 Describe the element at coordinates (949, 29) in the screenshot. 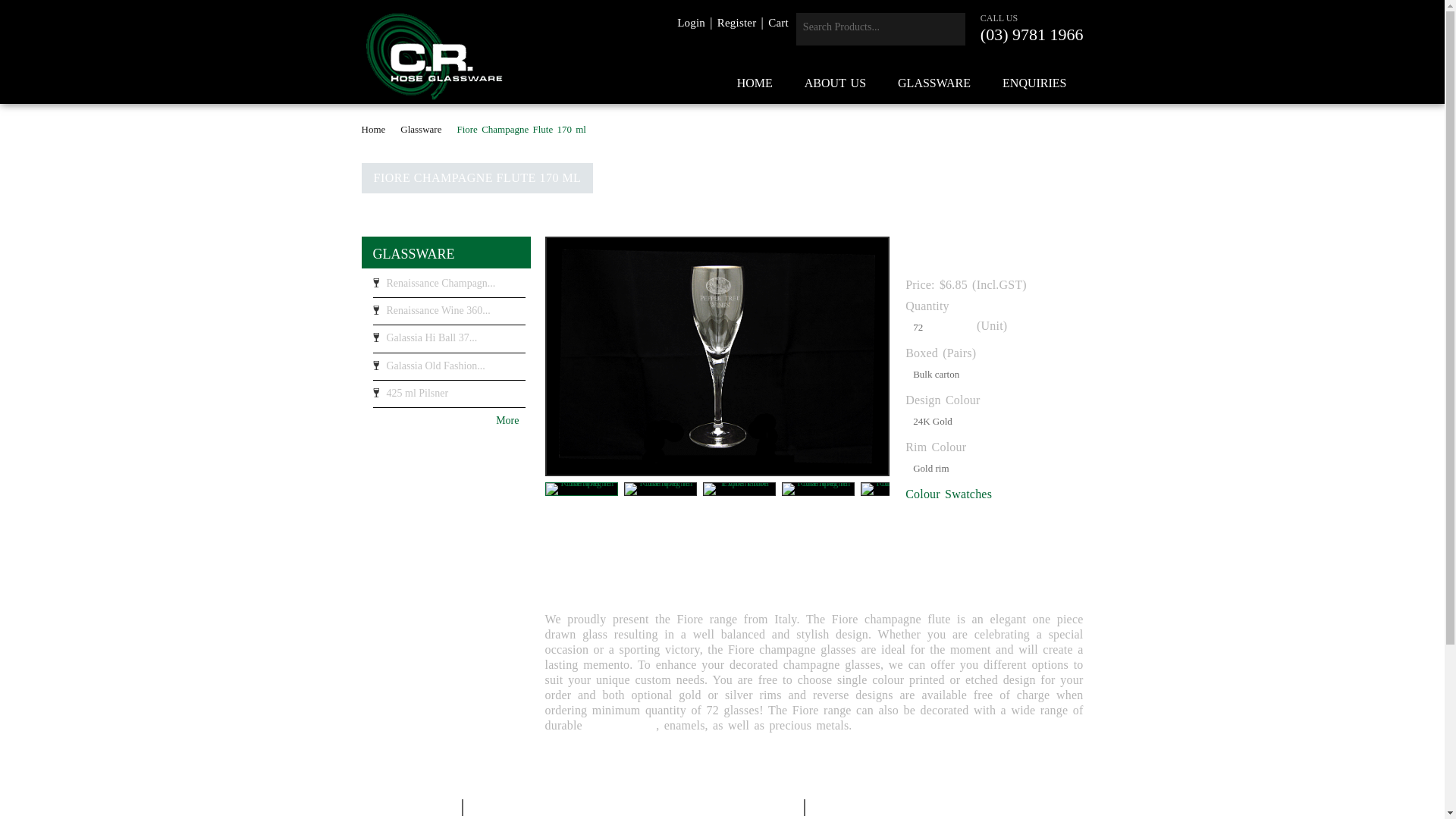

I see `'Search'` at that location.